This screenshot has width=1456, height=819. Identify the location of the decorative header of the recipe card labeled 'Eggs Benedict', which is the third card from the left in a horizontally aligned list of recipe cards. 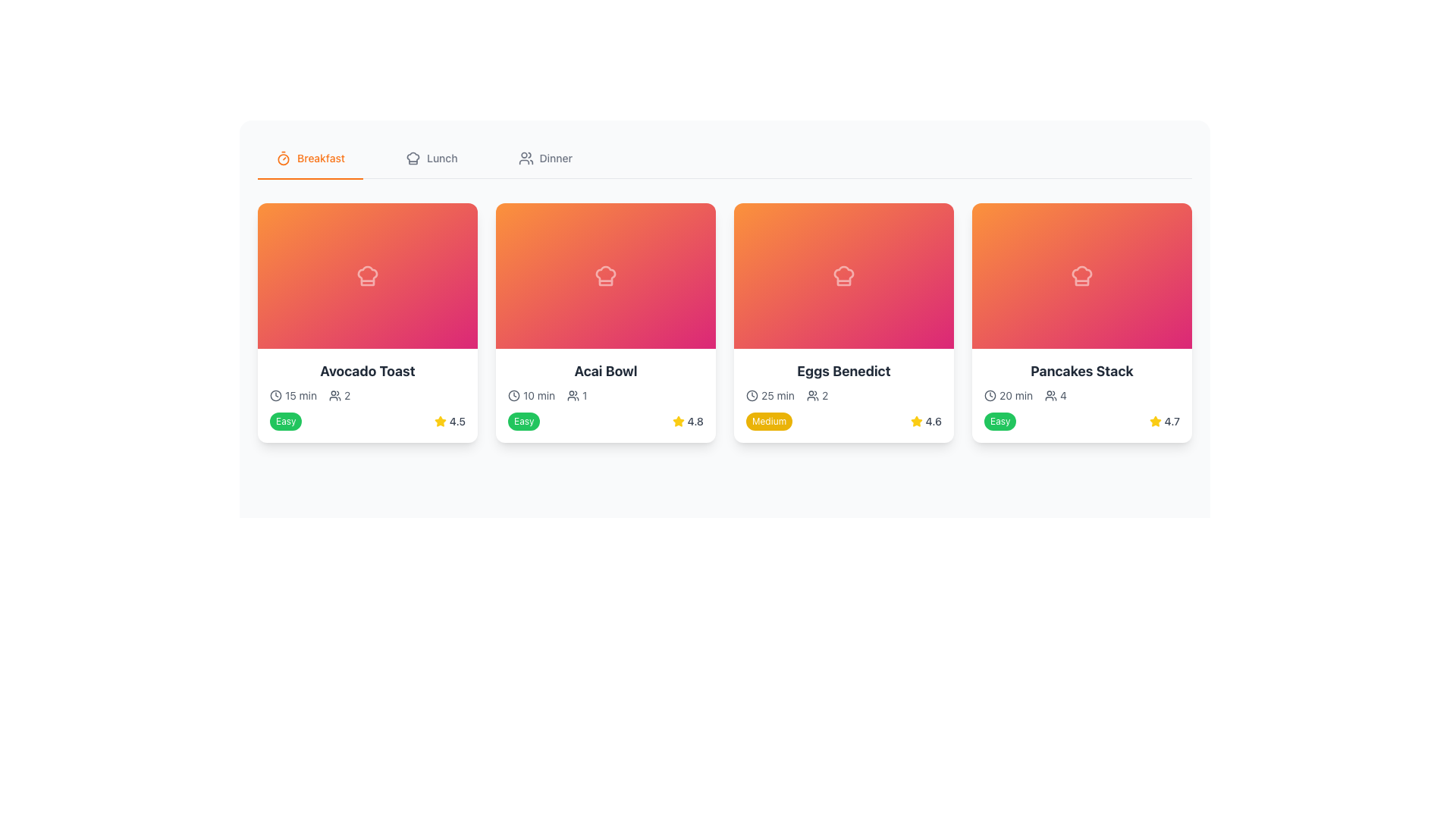
(843, 275).